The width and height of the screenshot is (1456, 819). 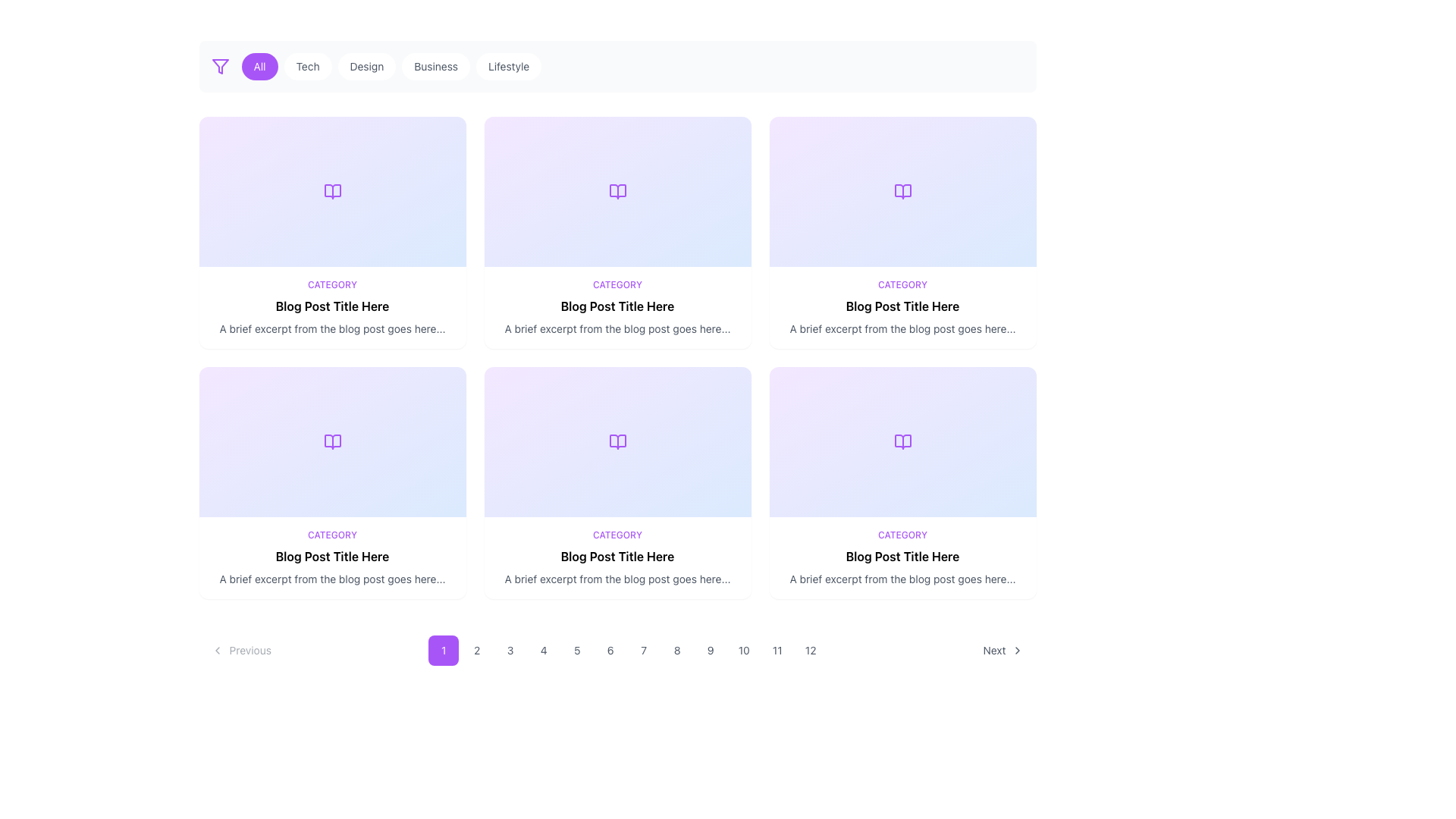 What do you see at coordinates (617, 534) in the screenshot?
I see `the Text Label that categorizes the blog post content, located above the 'Blog Post Title Here'` at bounding box center [617, 534].